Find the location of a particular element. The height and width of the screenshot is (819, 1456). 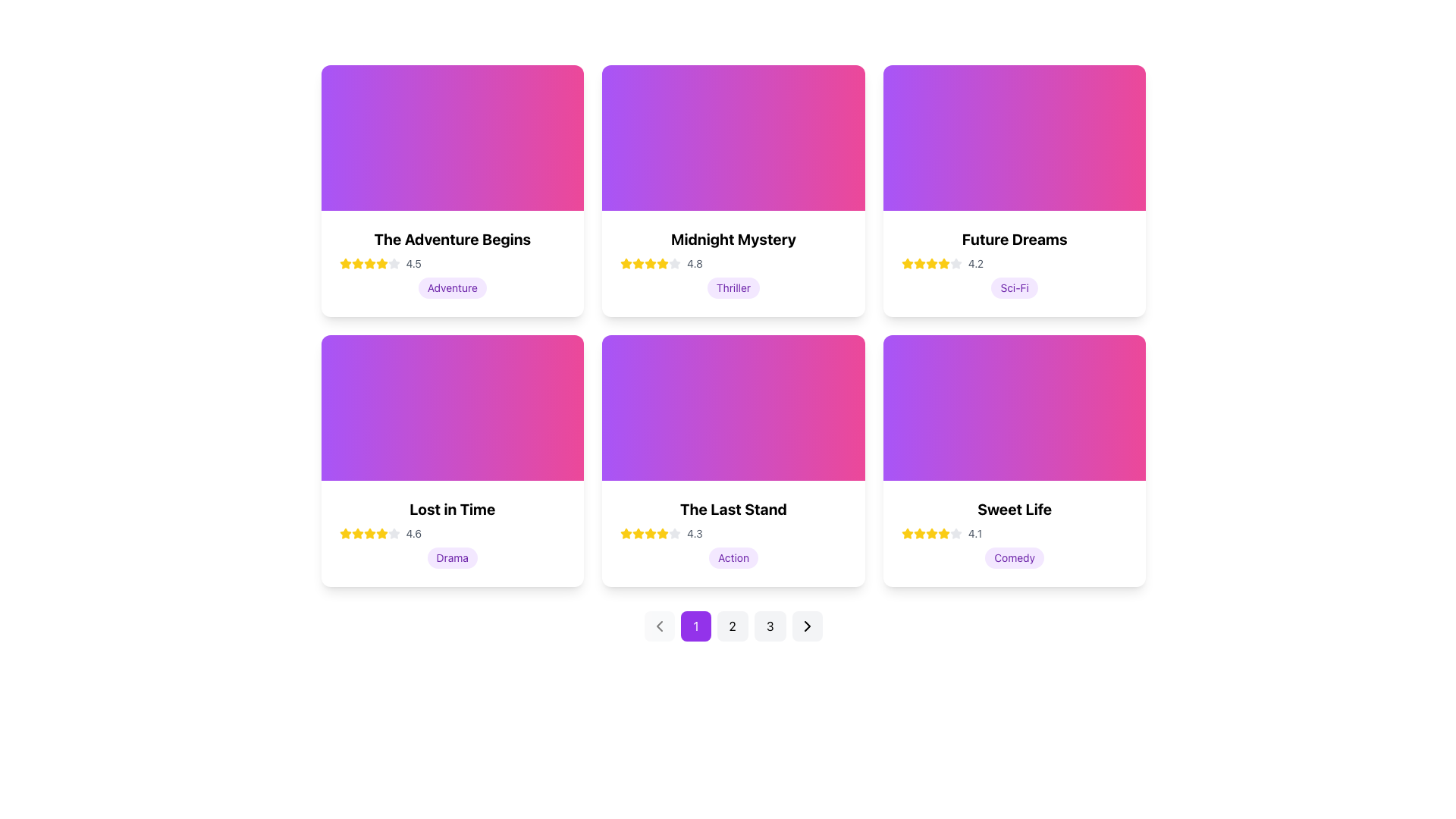

the content card titled 'Lost in Time' located in the second row, first column of the grid layout is located at coordinates (451, 460).